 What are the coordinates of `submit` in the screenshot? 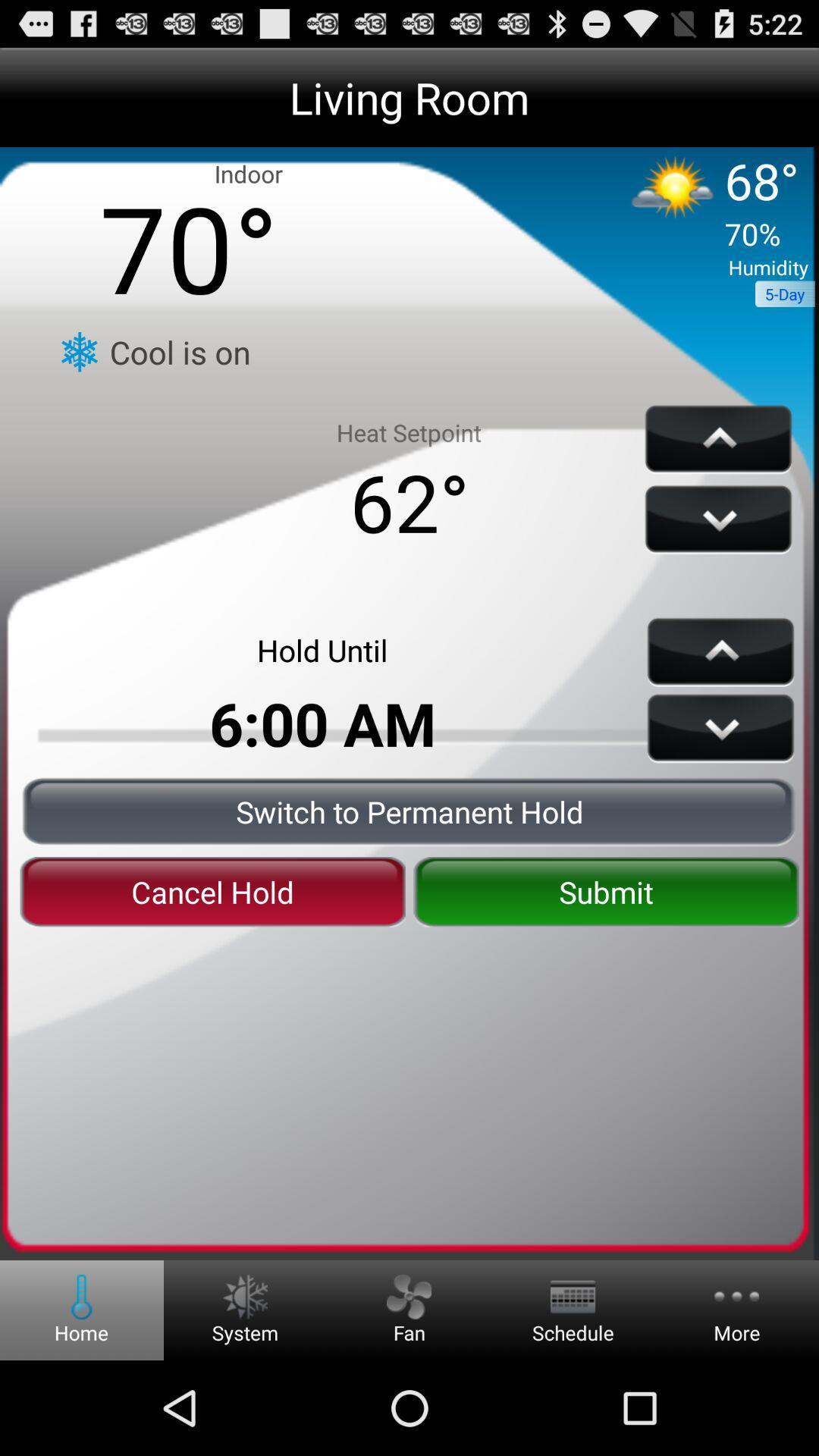 It's located at (605, 892).